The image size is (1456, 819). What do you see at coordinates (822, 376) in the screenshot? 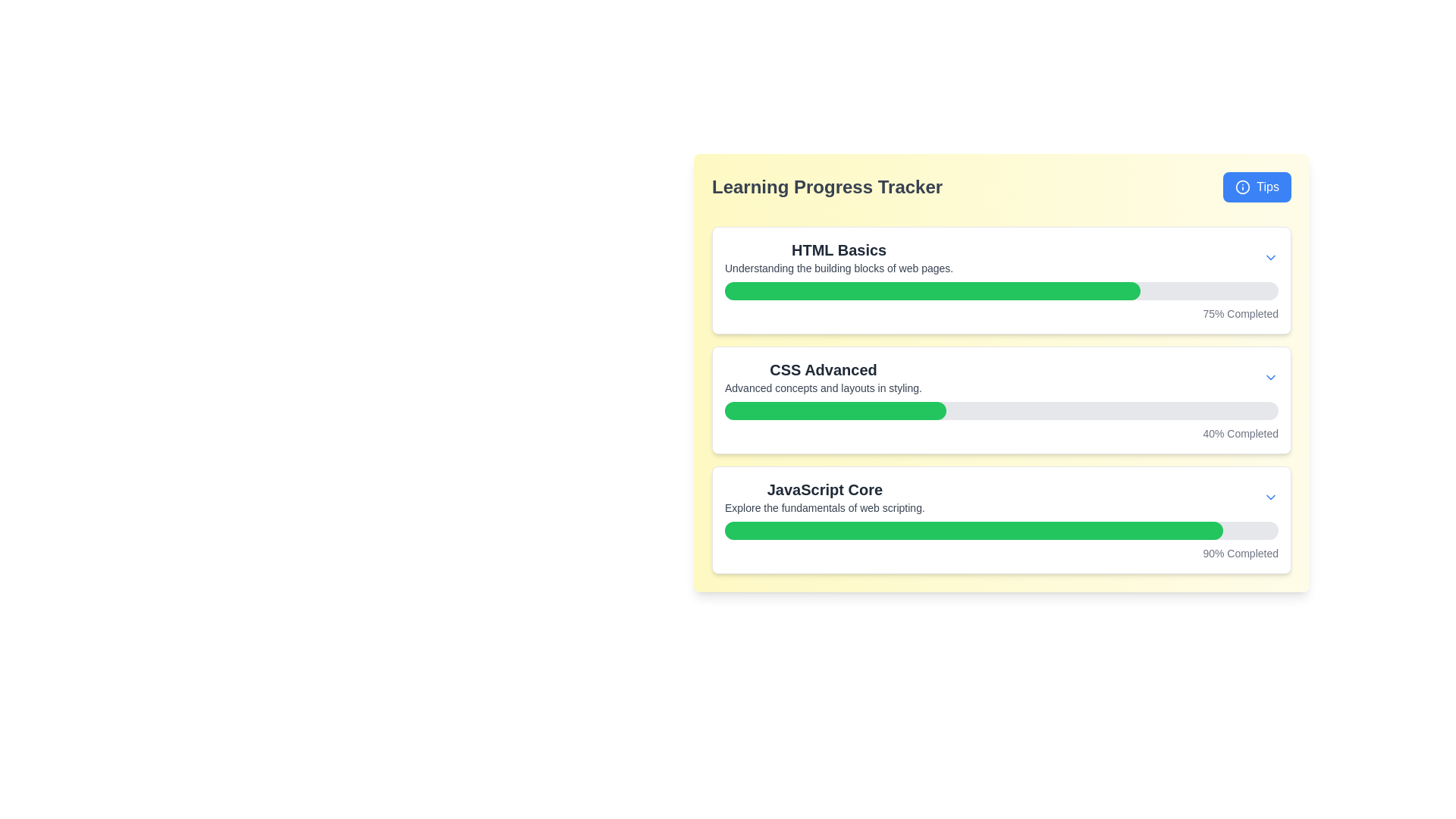
I see `text block containing the title 'CSS Advanced' and subtitle 'Advanced concepts and layouts in styling.' within the Learning Progress Tracker` at bounding box center [822, 376].